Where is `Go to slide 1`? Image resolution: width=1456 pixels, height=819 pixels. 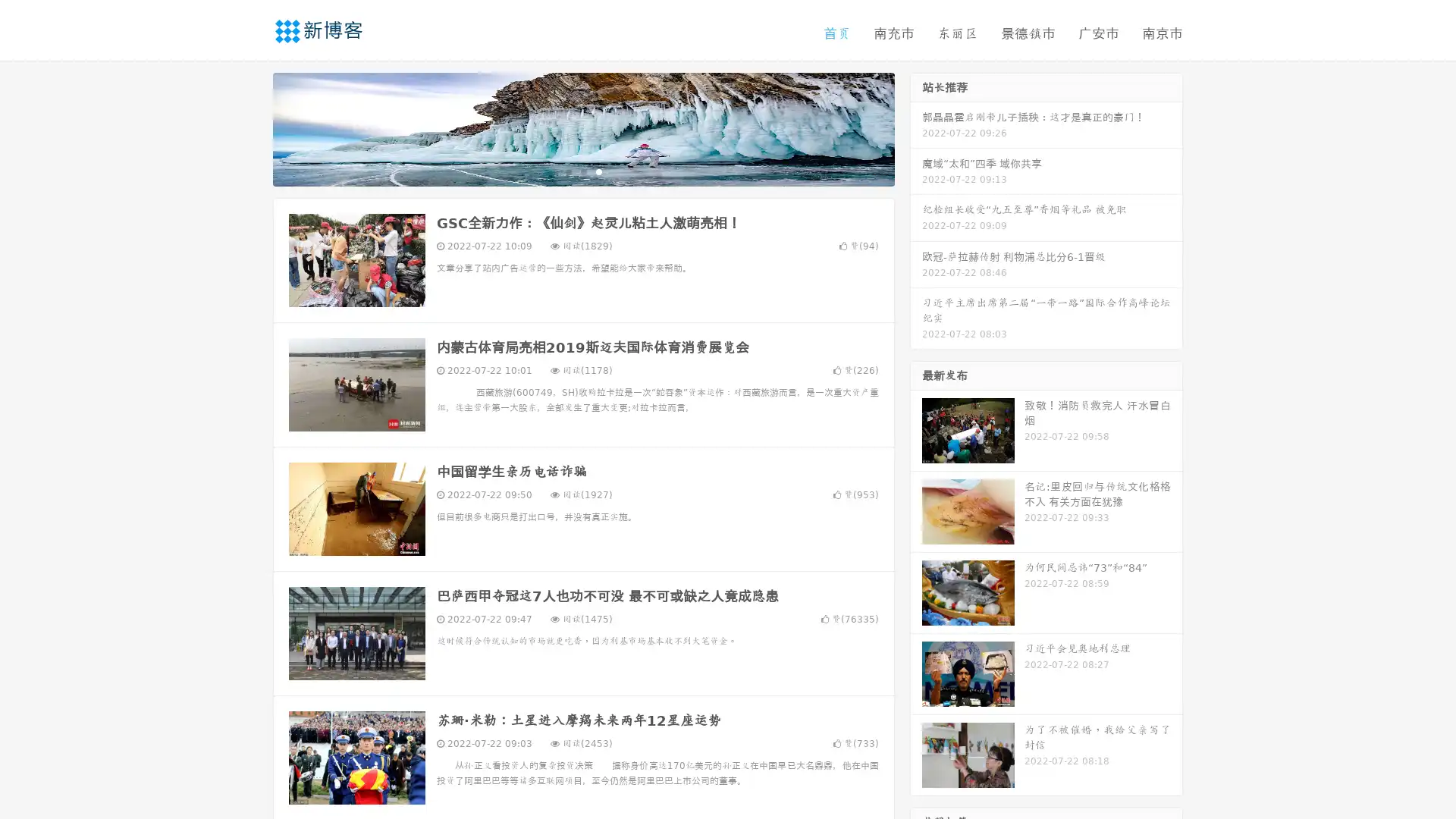
Go to slide 1 is located at coordinates (567, 171).